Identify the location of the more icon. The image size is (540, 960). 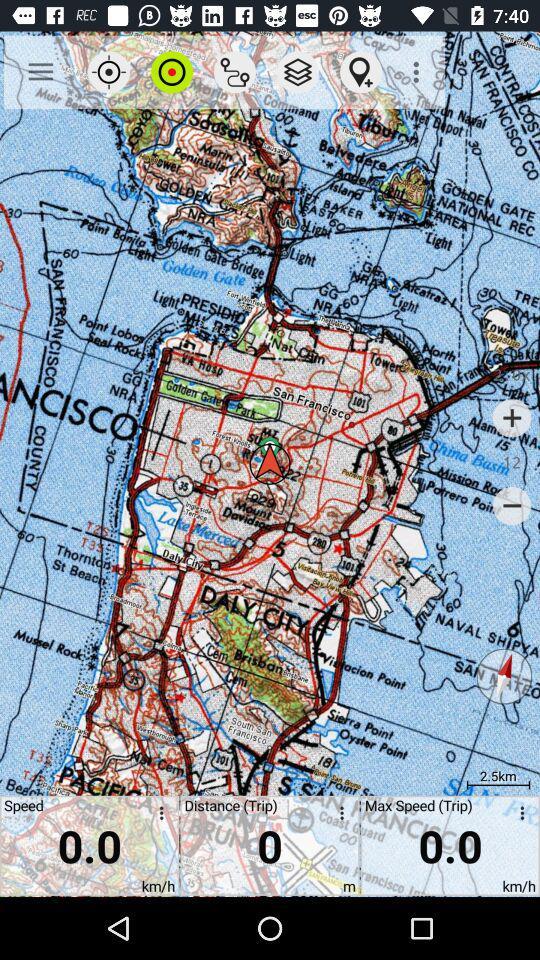
(518, 816).